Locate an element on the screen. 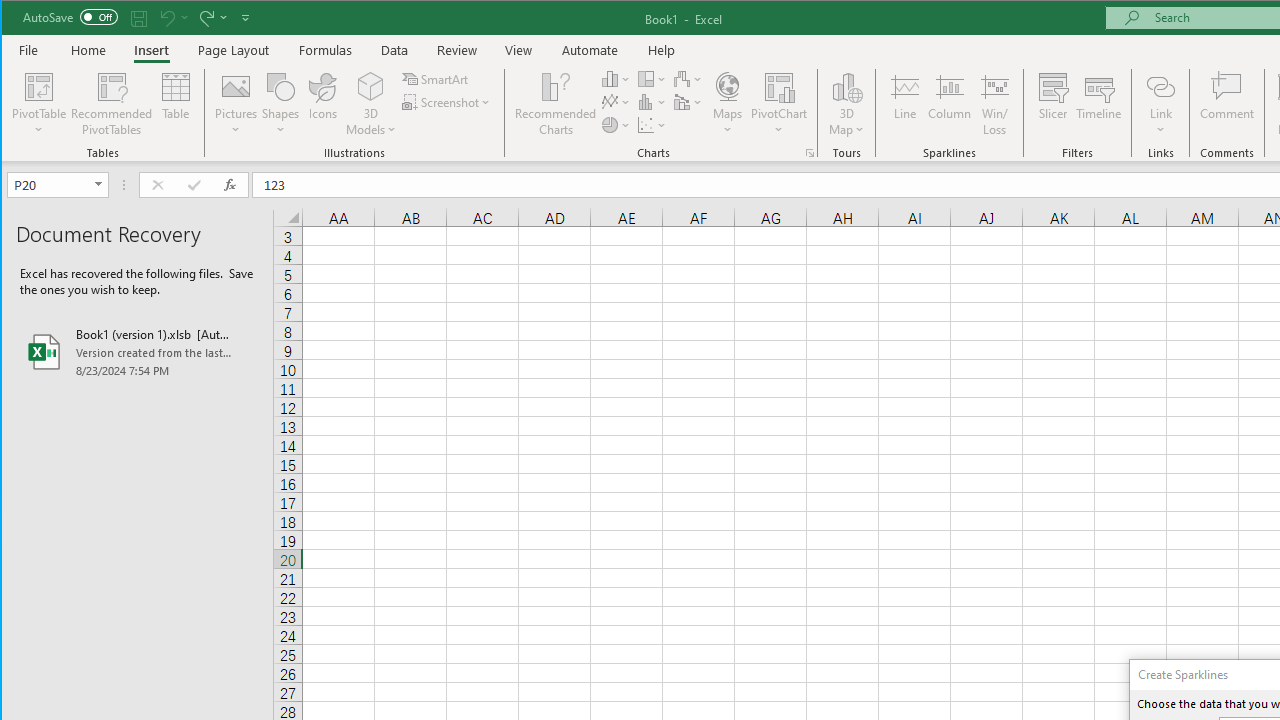 Image resolution: width=1280 pixels, height=720 pixels. 'PivotChart' is located at coordinates (778, 85).